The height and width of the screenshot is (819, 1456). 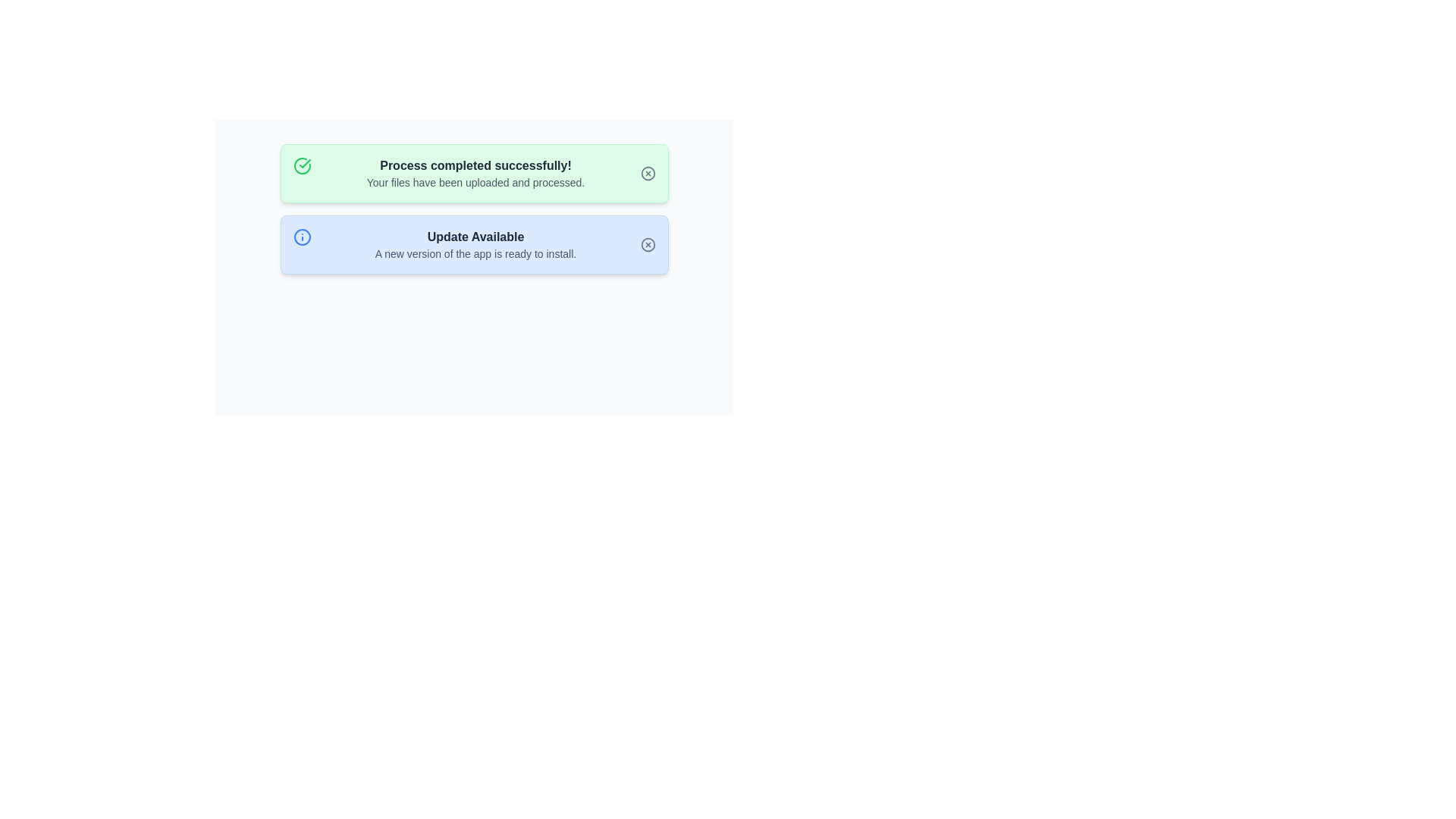 What do you see at coordinates (304, 164) in the screenshot?
I see `the checkmark icon that represents a confirmation or success state, located to the left of the 'Process completed successfully!' message box` at bounding box center [304, 164].